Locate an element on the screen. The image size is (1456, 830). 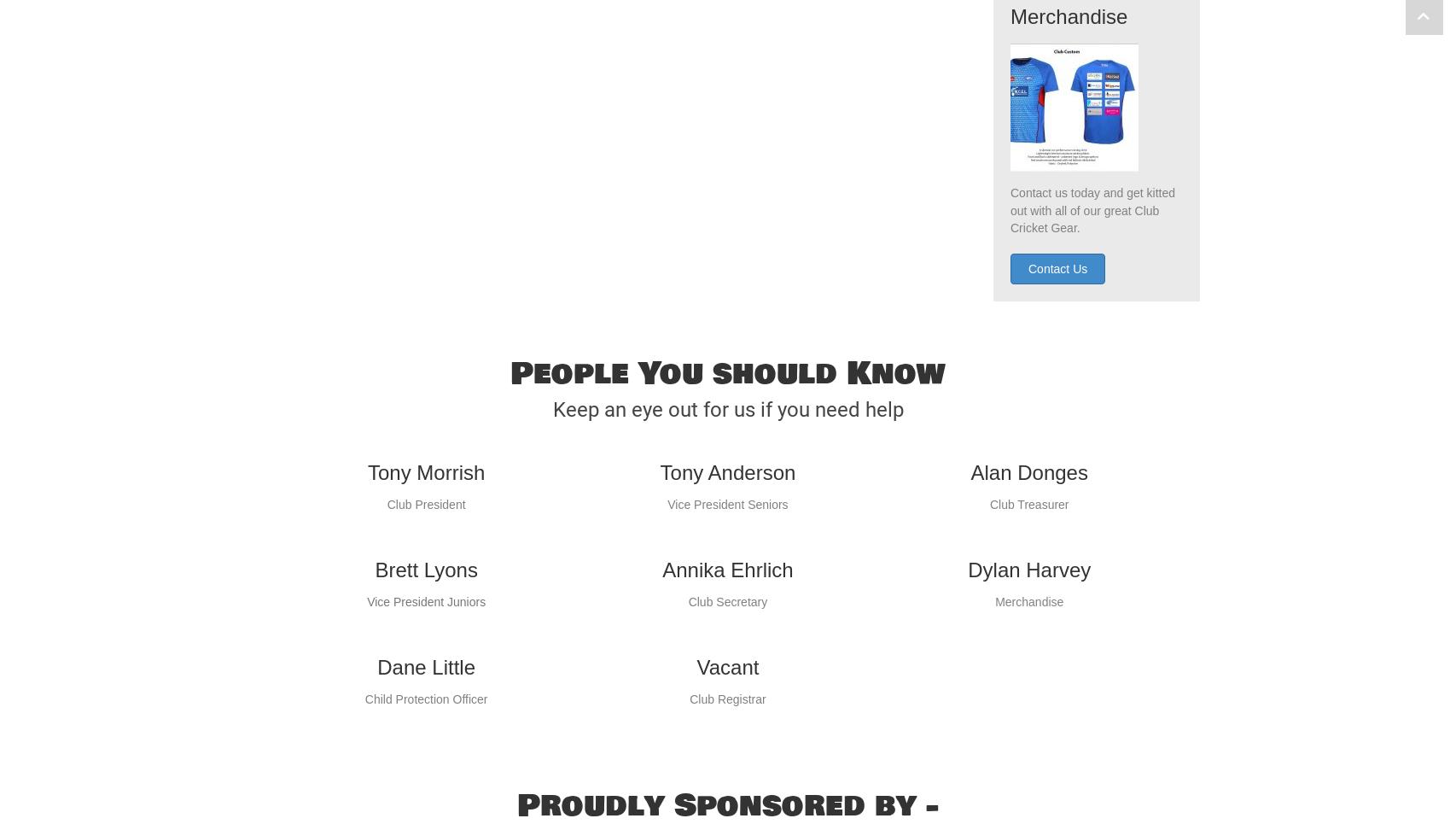
'Contact Us' is located at coordinates (1028, 303).